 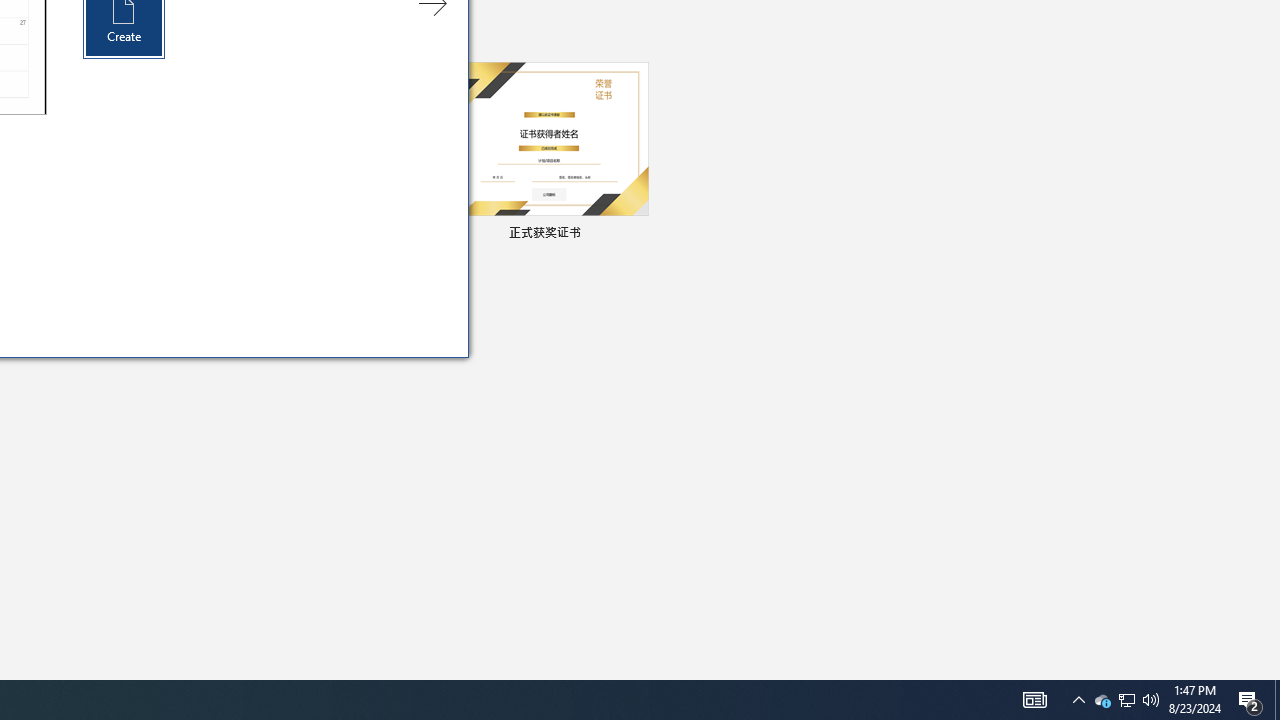 I want to click on 'Q2790: 100%', so click(x=1151, y=698).